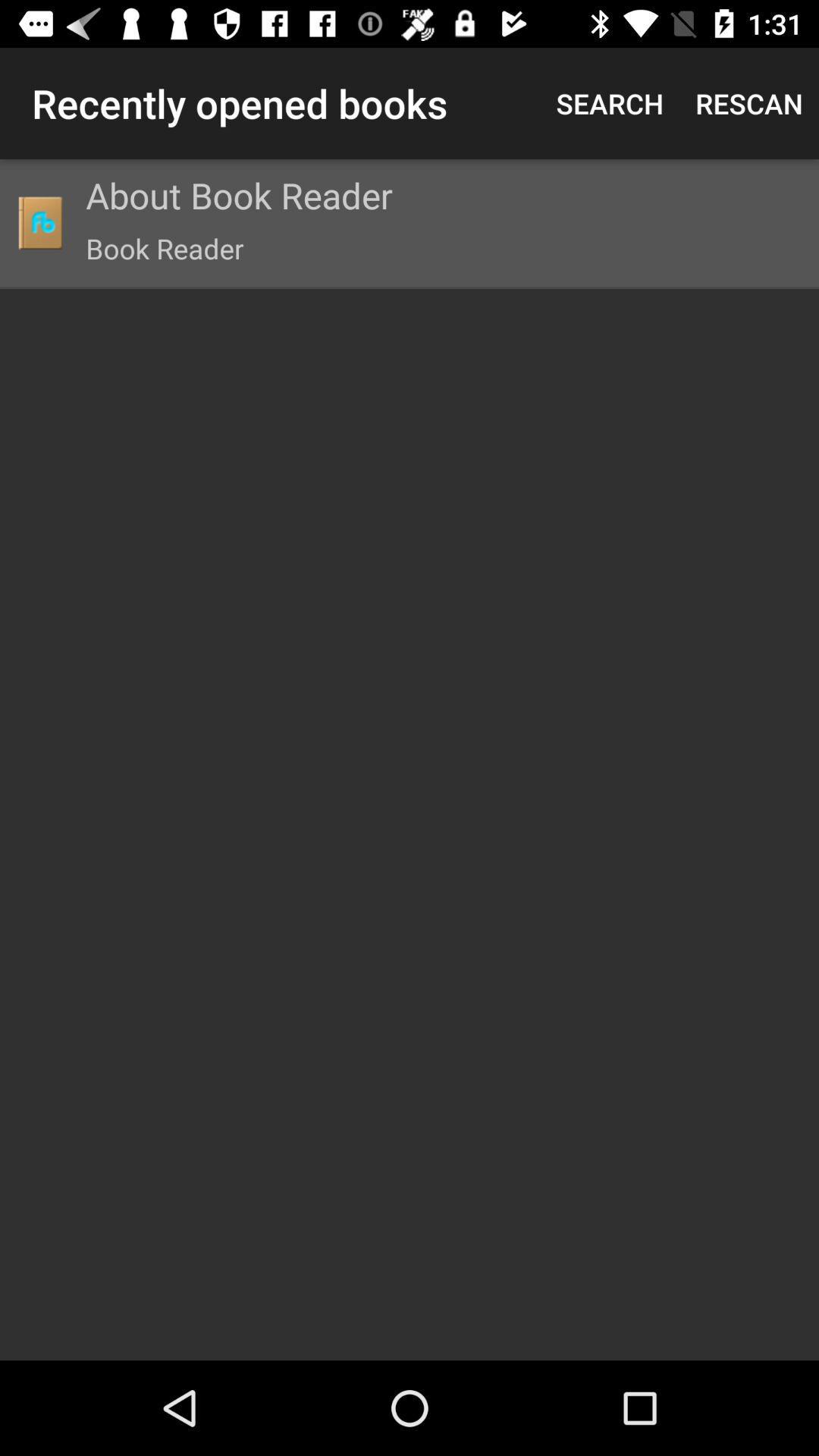 This screenshot has width=819, height=1456. I want to click on icon below recently opened books icon, so click(39, 221).